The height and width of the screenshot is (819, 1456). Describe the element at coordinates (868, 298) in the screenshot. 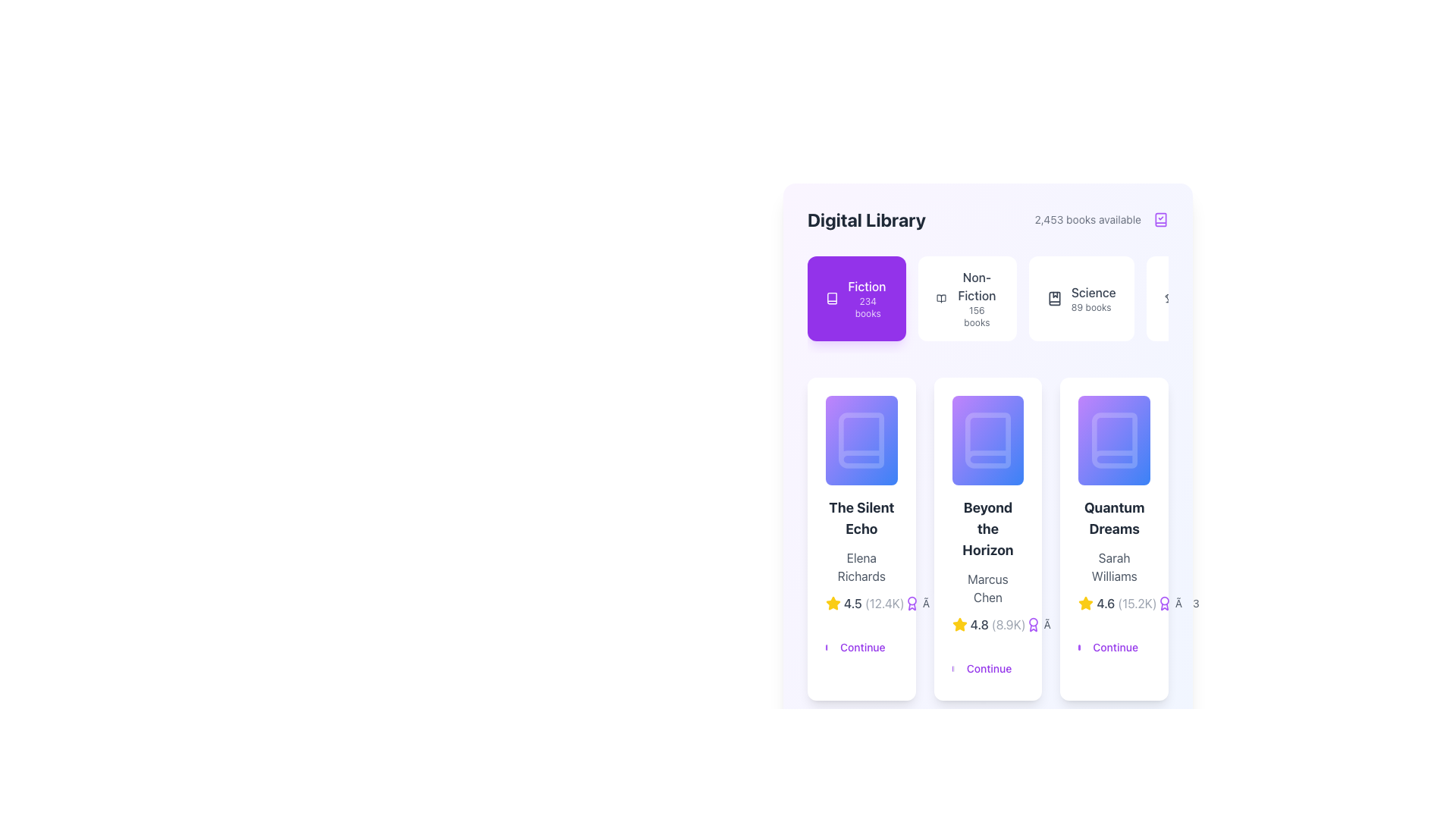

I see `the 'Fiction' category display, which indicates the availability of 234 books in the Fiction section` at that location.